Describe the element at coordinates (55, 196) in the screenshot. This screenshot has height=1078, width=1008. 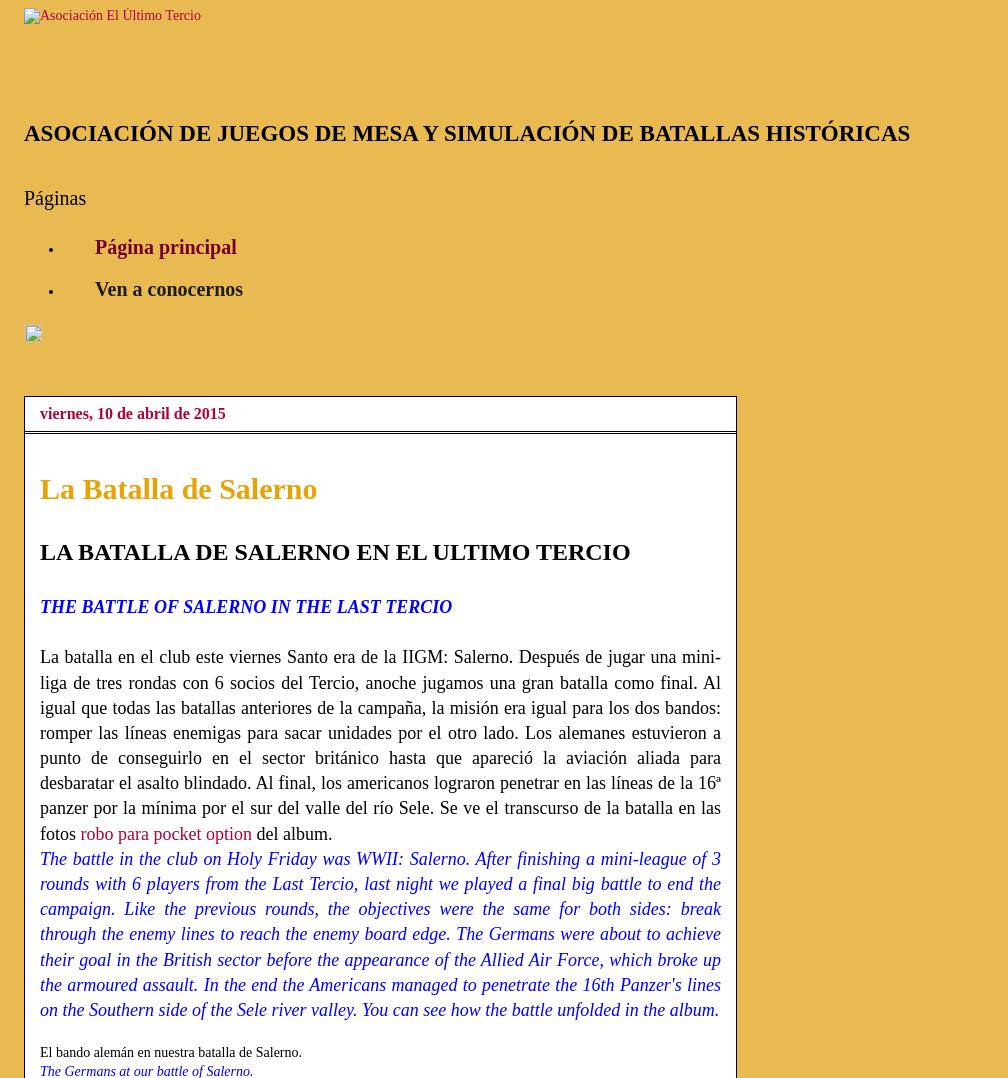
I see `'Páginas'` at that location.